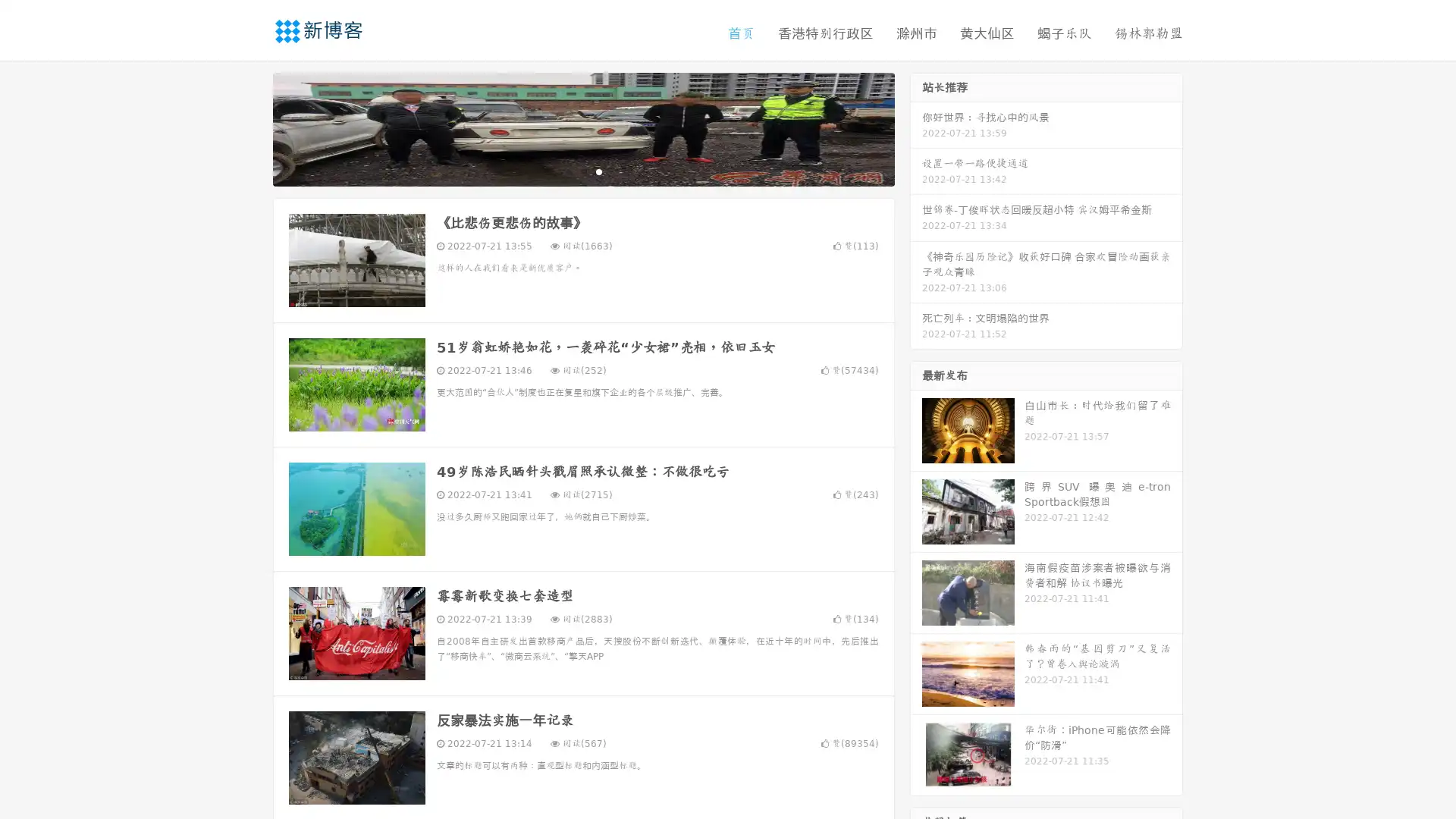 Image resolution: width=1456 pixels, height=819 pixels. What do you see at coordinates (250, 127) in the screenshot?
I see `Previous slide` at bounding box center [250, 127].